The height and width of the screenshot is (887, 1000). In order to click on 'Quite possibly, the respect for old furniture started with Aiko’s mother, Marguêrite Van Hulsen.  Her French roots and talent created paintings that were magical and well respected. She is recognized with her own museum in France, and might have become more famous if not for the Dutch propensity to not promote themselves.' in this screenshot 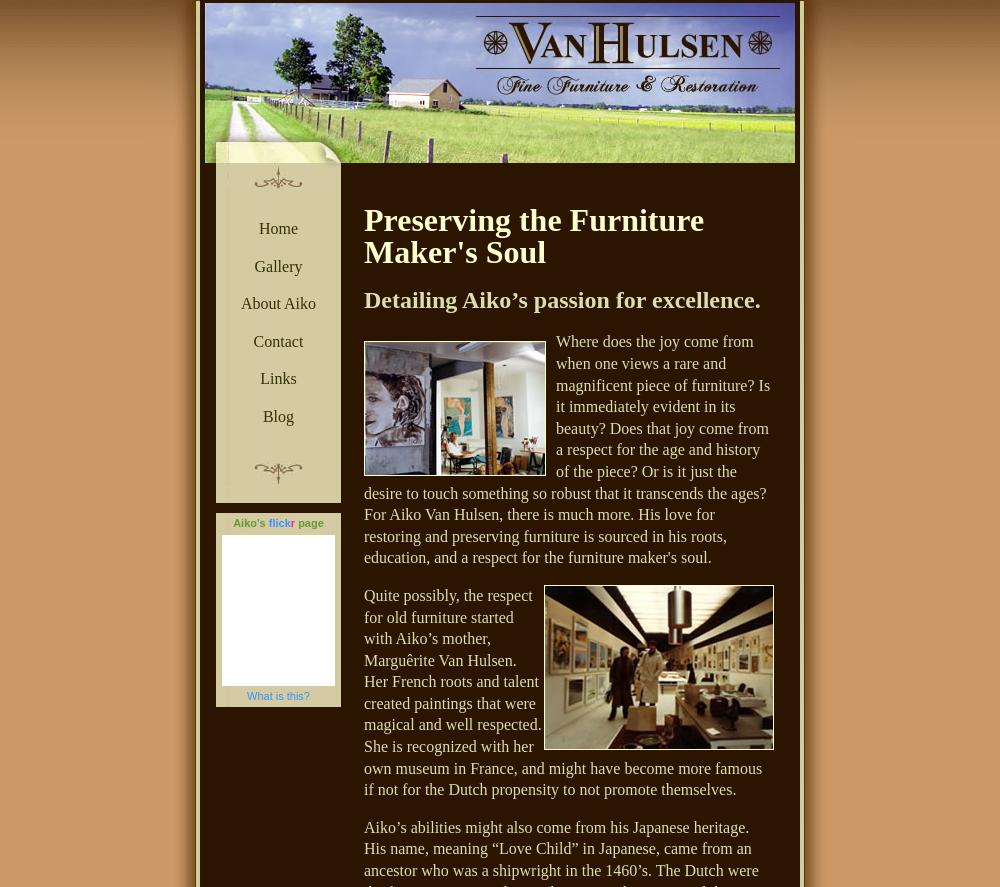, I will do `click(562, 692)`.